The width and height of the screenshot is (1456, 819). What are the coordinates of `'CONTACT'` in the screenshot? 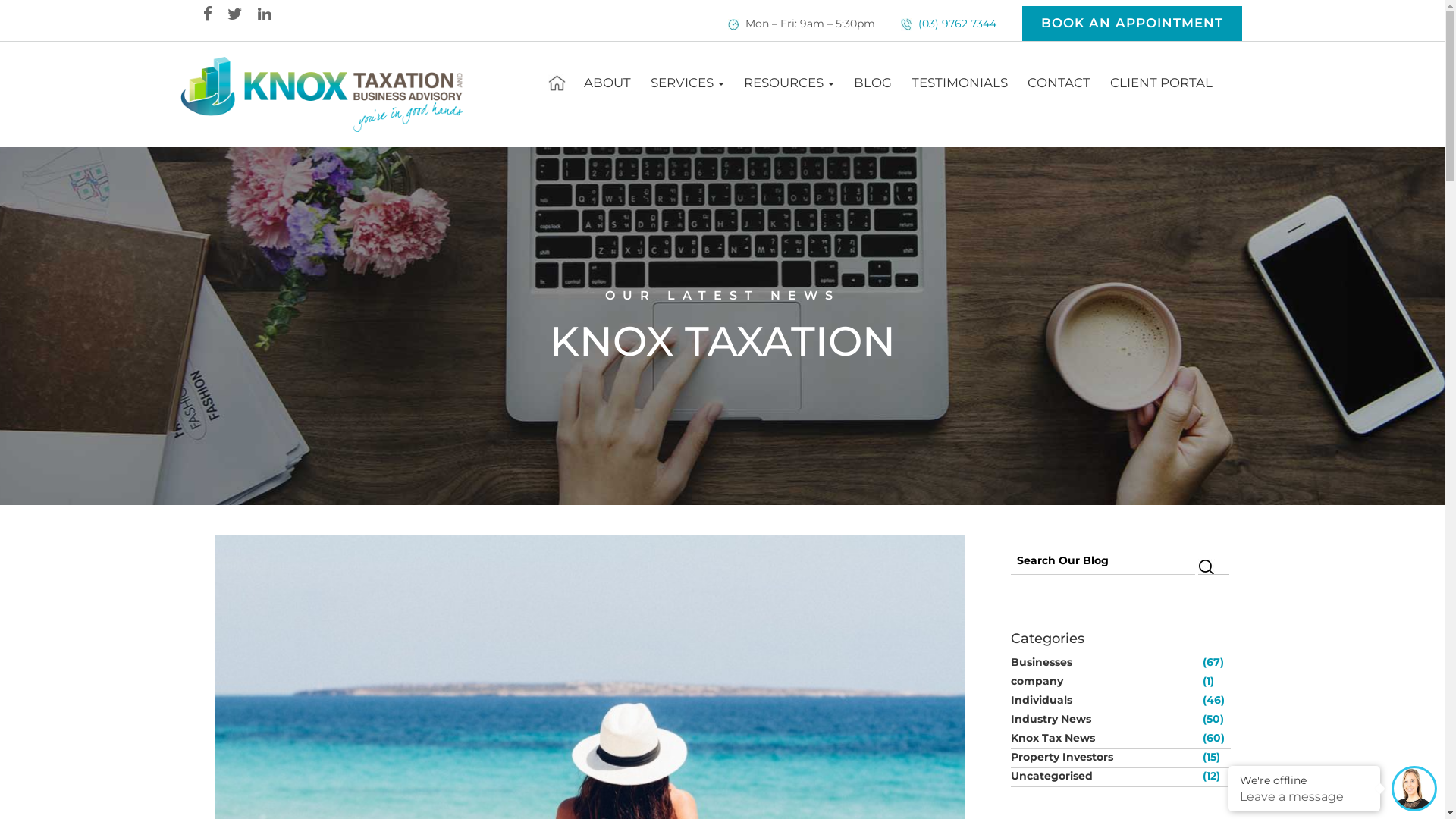 It's located at (1058, 82).